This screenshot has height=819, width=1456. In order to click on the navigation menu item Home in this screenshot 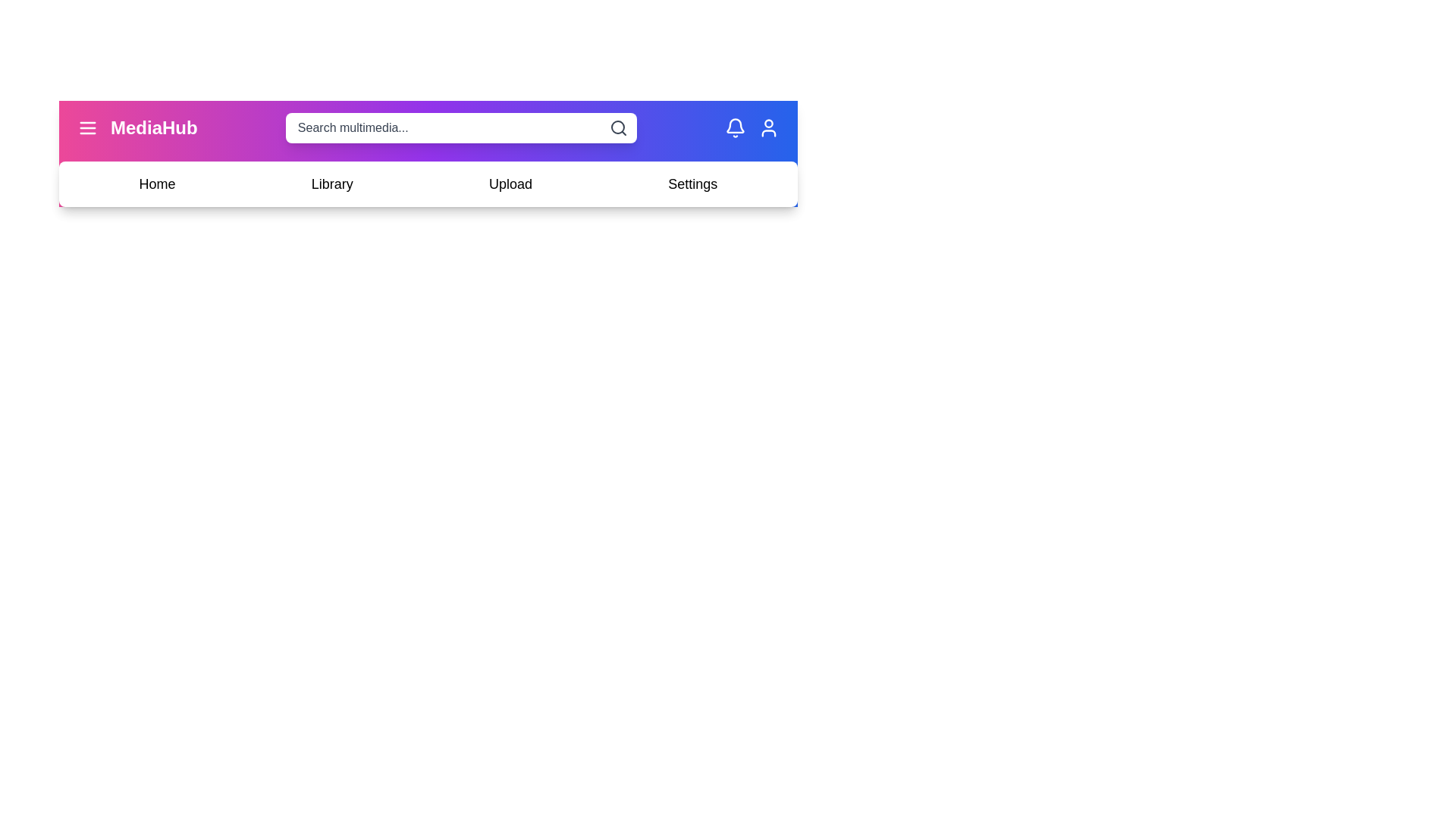, I will do `click(157, 184)`.